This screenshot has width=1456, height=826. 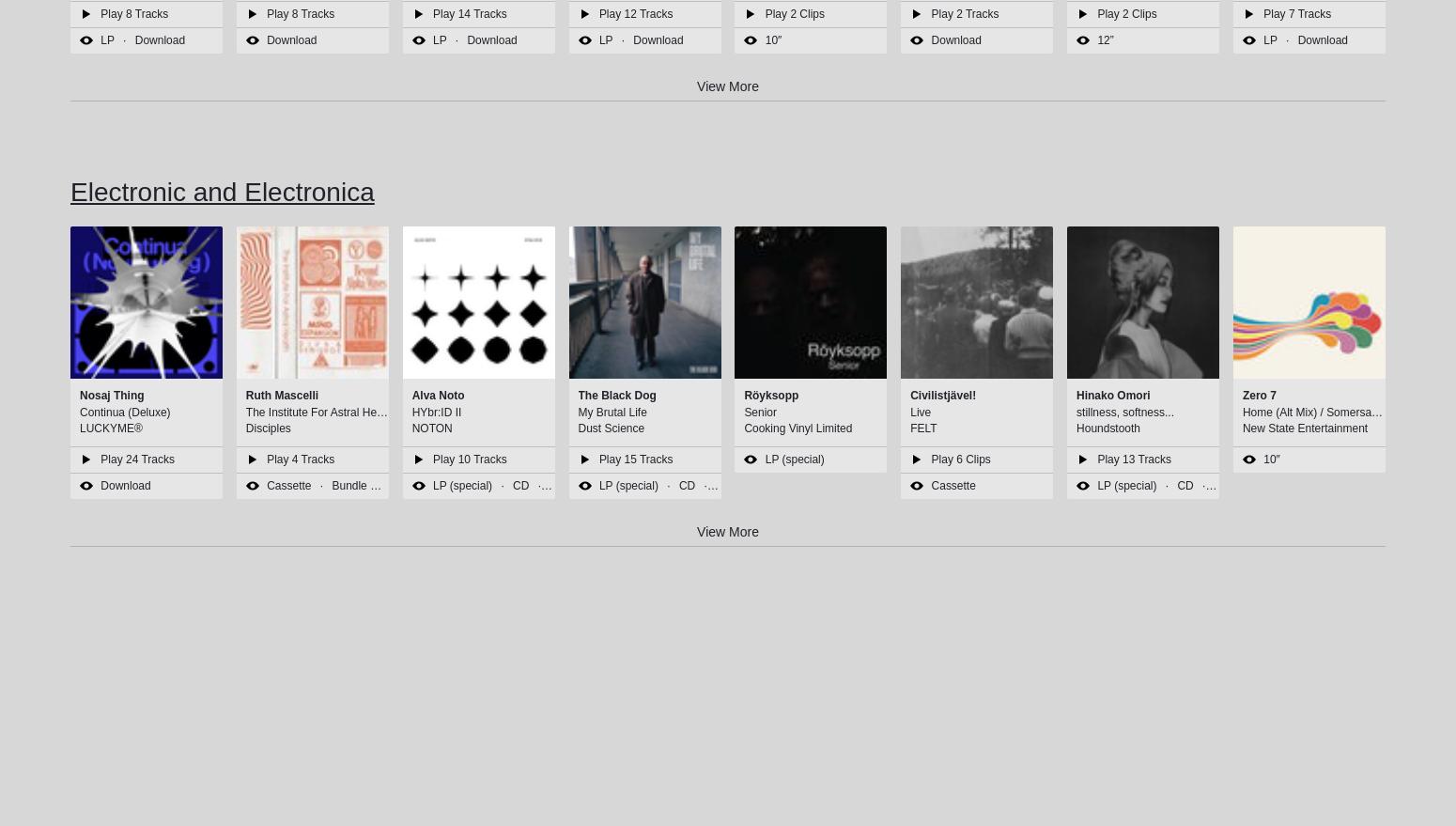 I want to click on 'Dust Science', so click(x=610, y=427).